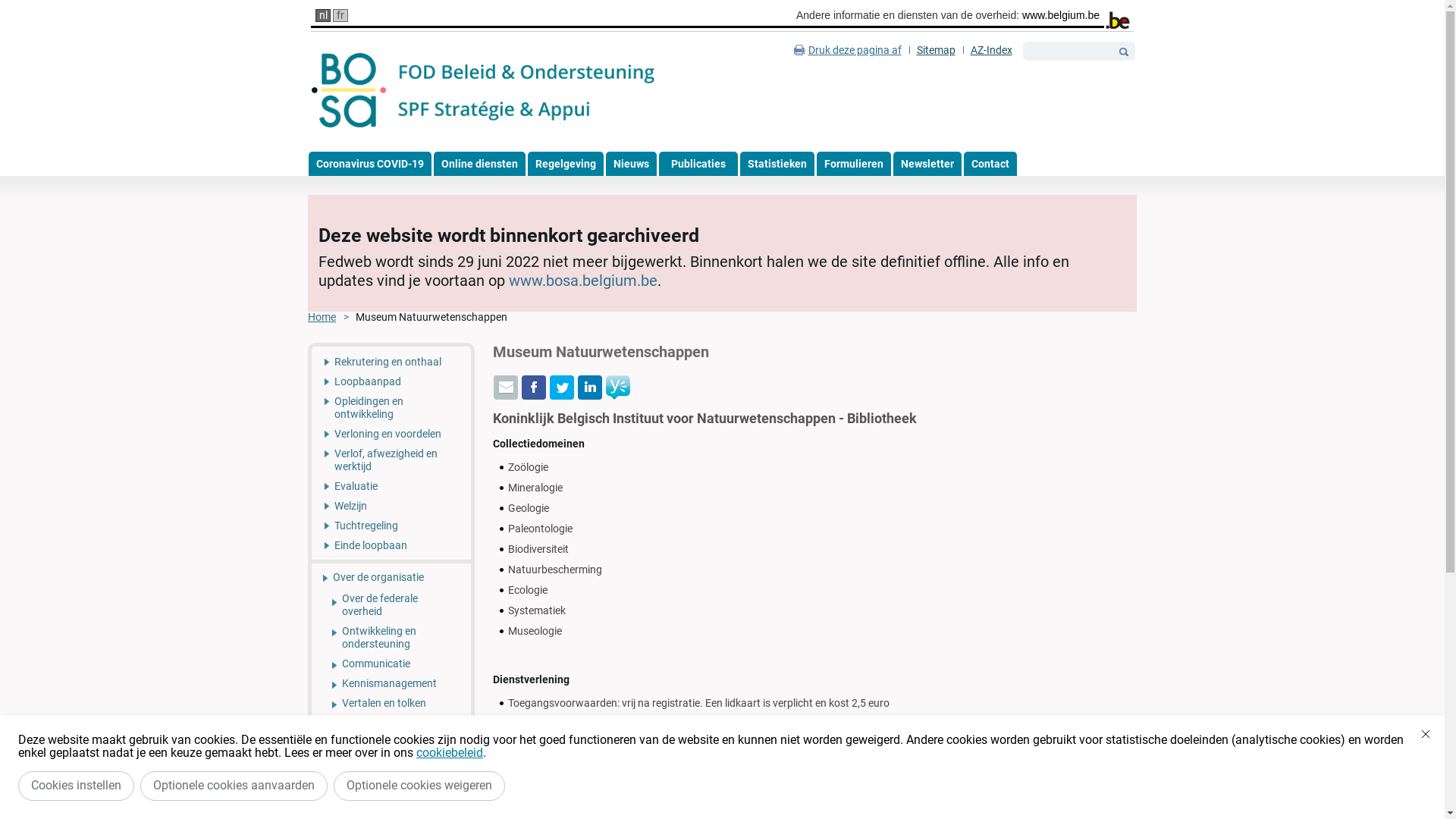 The width and height of the screenshot is (1456, 819). Describe the element at coordinates (927, 164) in the screenshot. I see `'Newsletter'` at that location.